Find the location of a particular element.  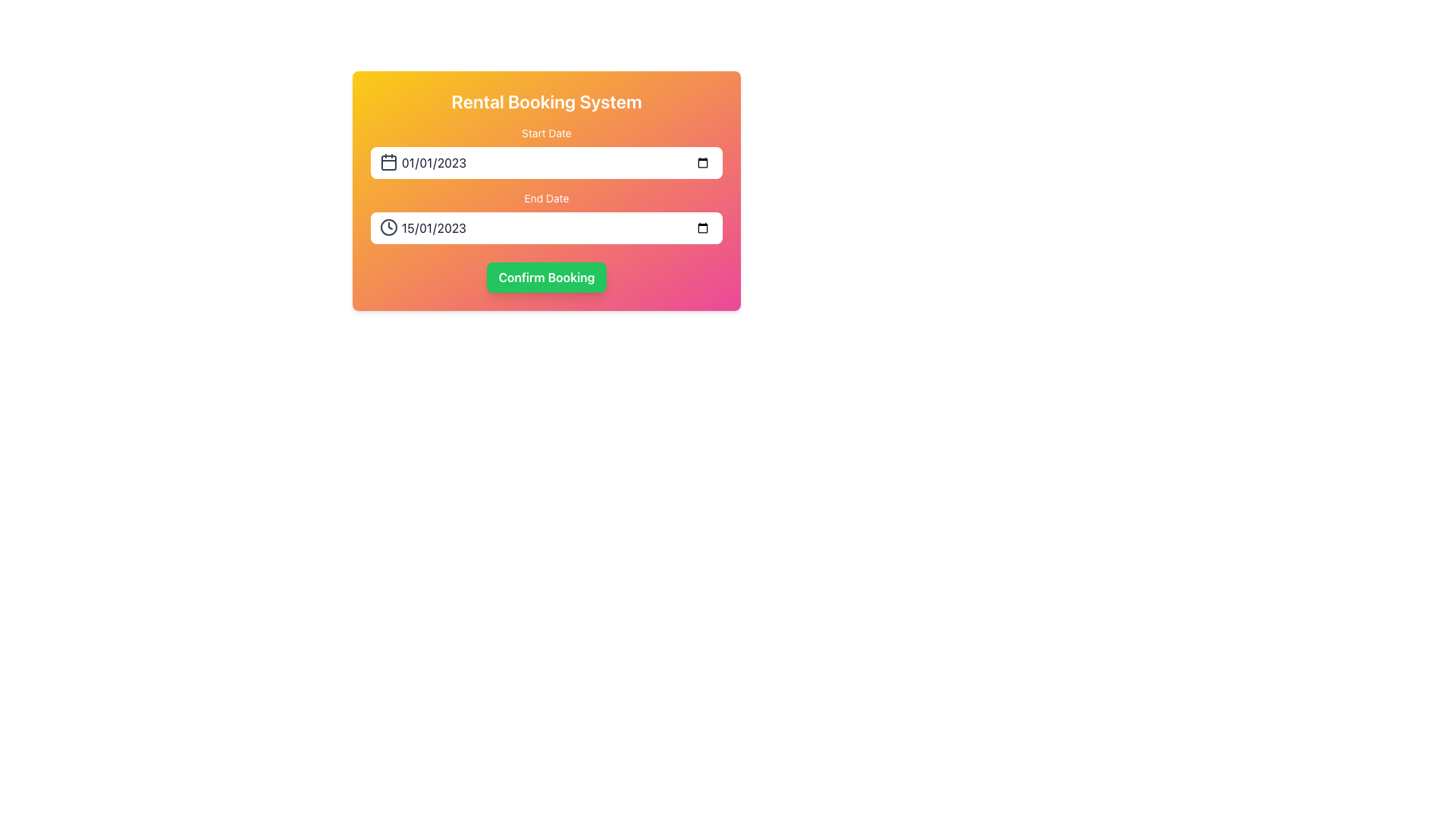

the green rectangular button labeled 'Confirm Booking' is located at coordinates (546, 278).